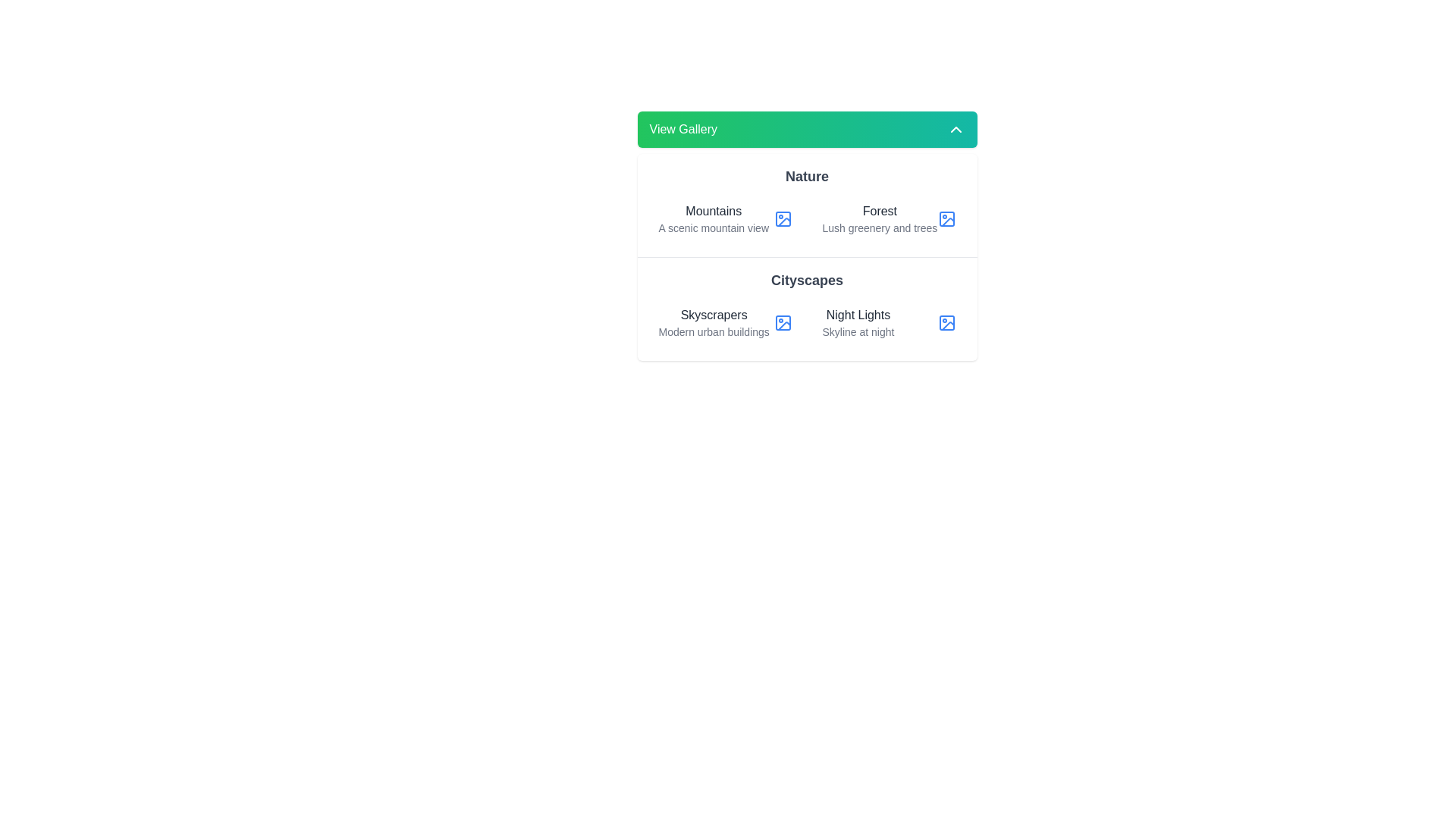 The image size is (1456, 819). I want to click on the 'Mountains' Selection Card, which features a title in medium dark gray font and a subtitle in smaller light gray font, accompanied by an image placeholder icon with a blue outline, located in the top row of the 'Nature' section, so click(724, 219).